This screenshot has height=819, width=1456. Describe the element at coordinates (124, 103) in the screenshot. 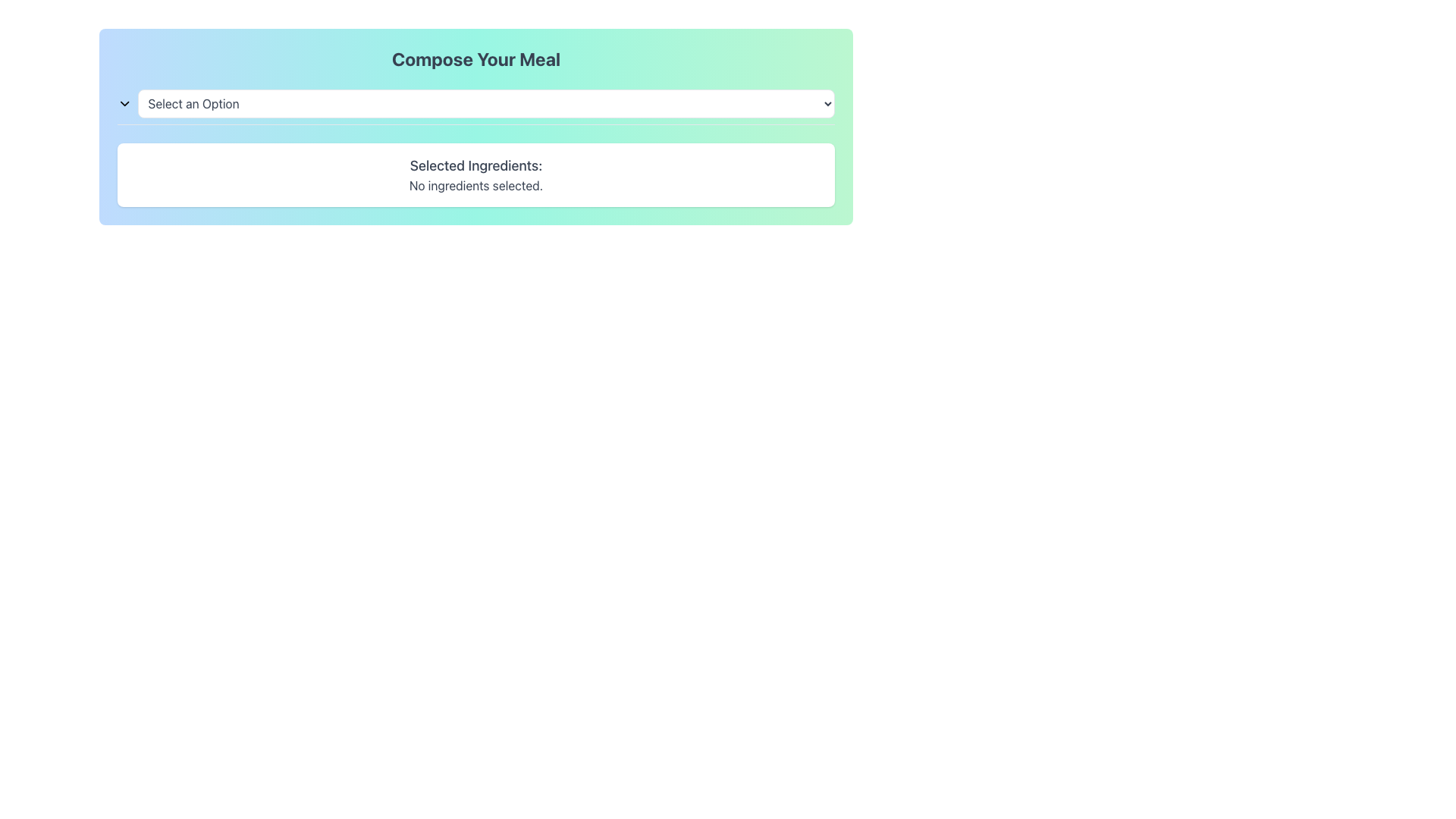

I see `the dropdown icon located to the left of the 'Select an Option' dropdown field` at that location.